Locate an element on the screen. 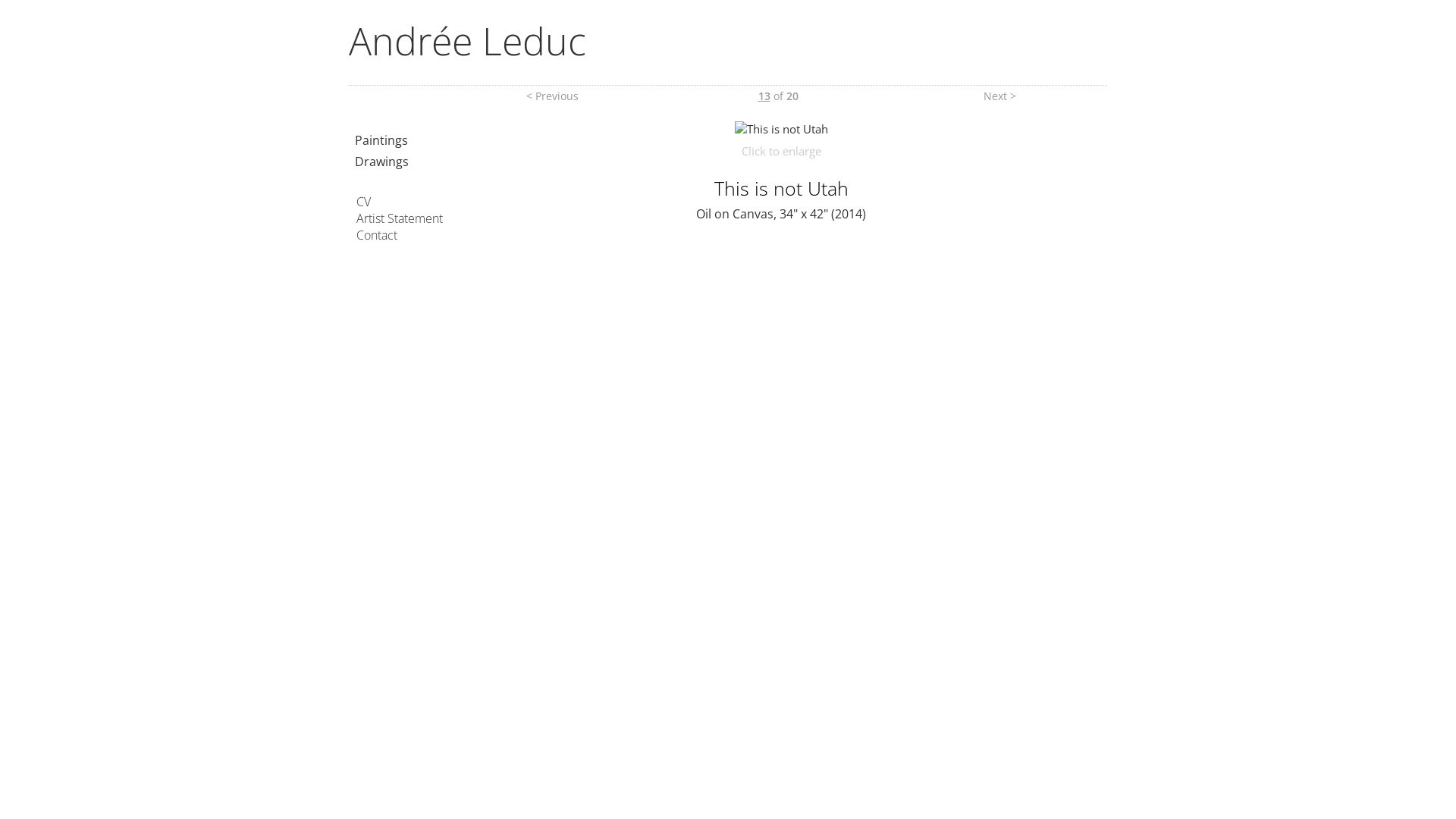 The image size is (1456, 819). 'Artist Statement' is located at coordinates (356, 218).